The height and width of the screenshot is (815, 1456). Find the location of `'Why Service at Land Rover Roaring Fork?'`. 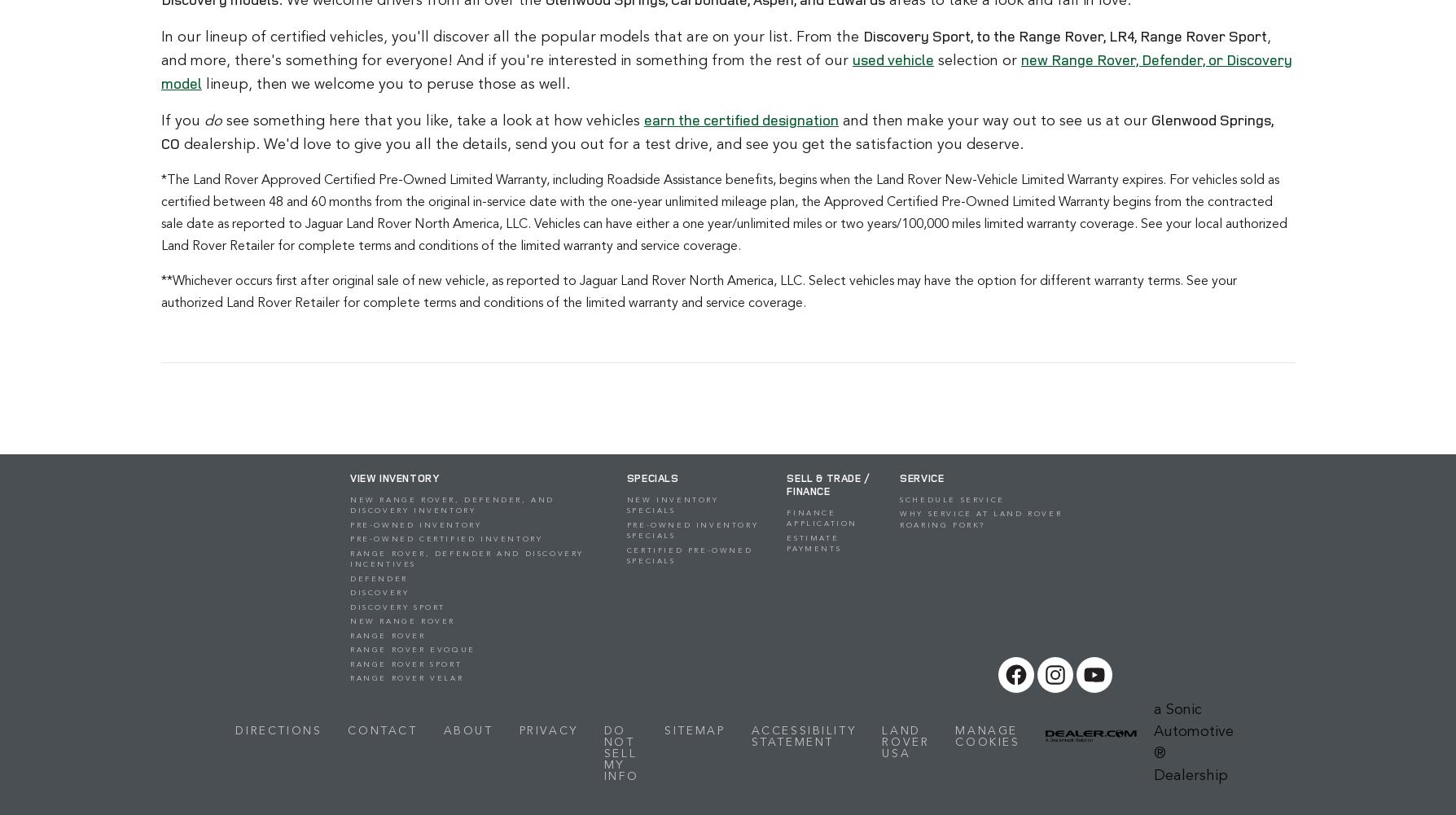

'Why Service at Land Rover Roaring Fork?' is located at coordinates (980, 519).